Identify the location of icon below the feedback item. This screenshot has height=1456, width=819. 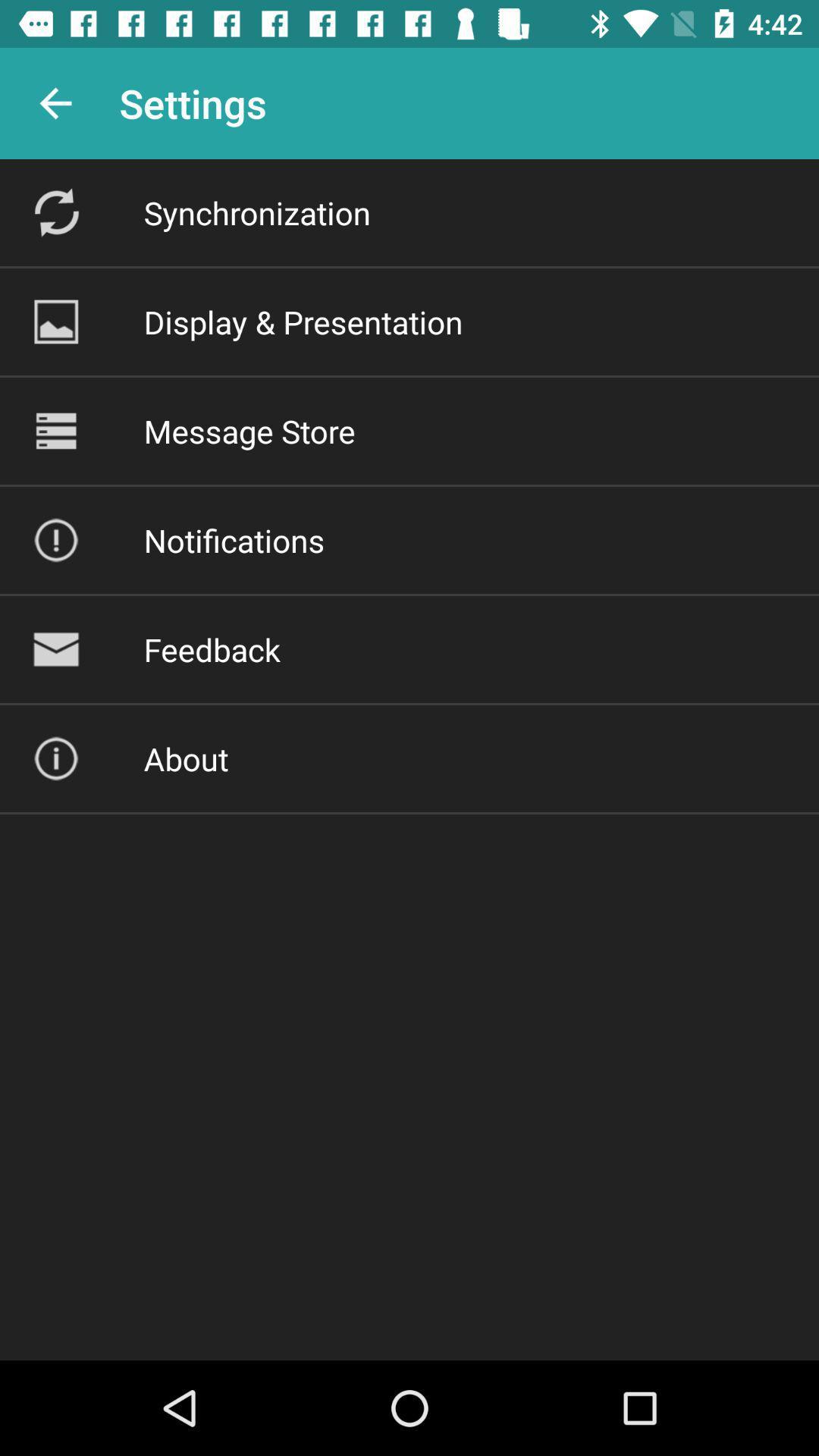
(185, 758).